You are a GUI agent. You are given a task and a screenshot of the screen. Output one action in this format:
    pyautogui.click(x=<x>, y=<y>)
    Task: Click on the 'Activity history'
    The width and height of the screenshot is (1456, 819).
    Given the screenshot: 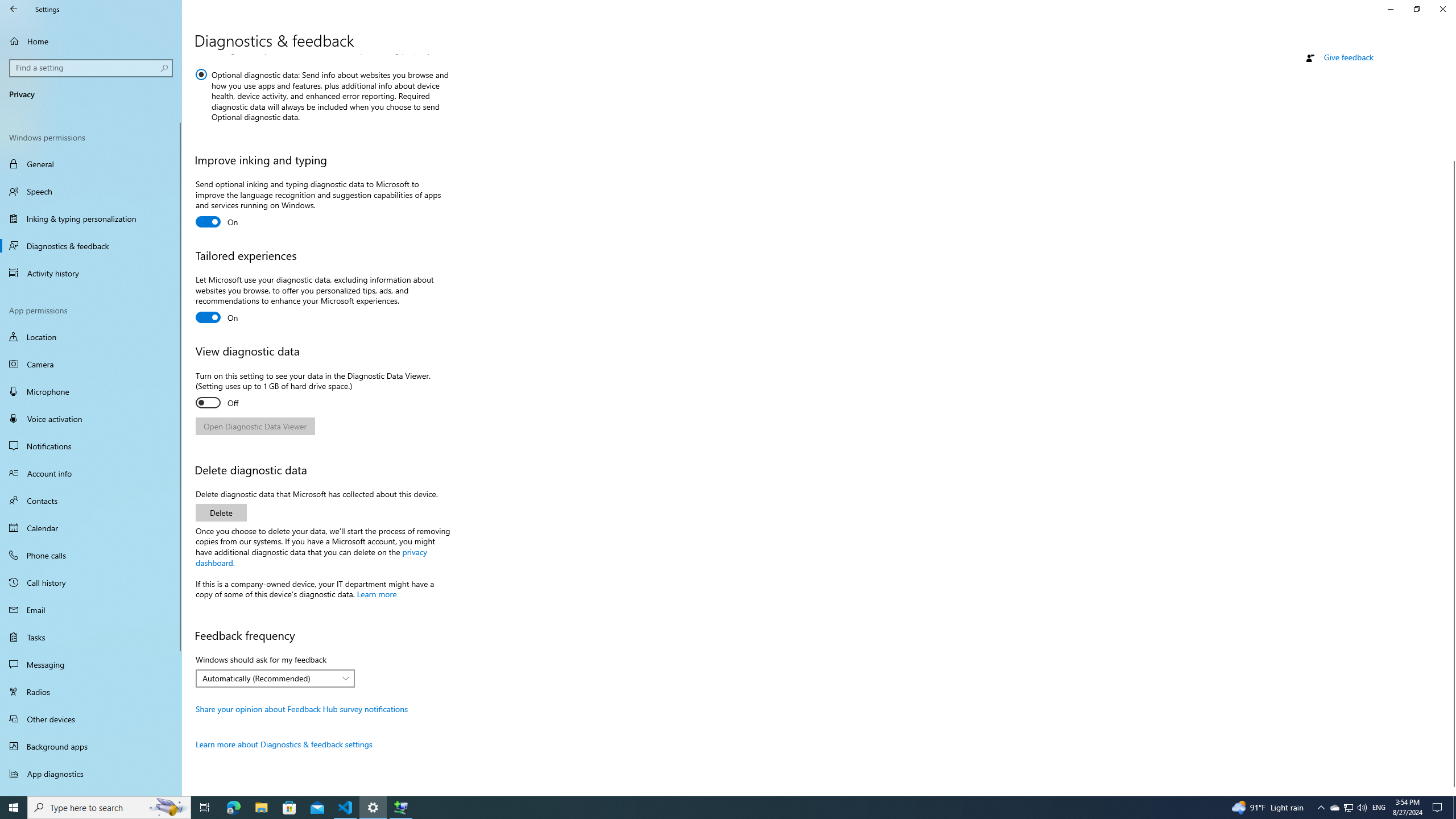 What is the action you would take?
    pyautogui.click(x=90, y=272)
    